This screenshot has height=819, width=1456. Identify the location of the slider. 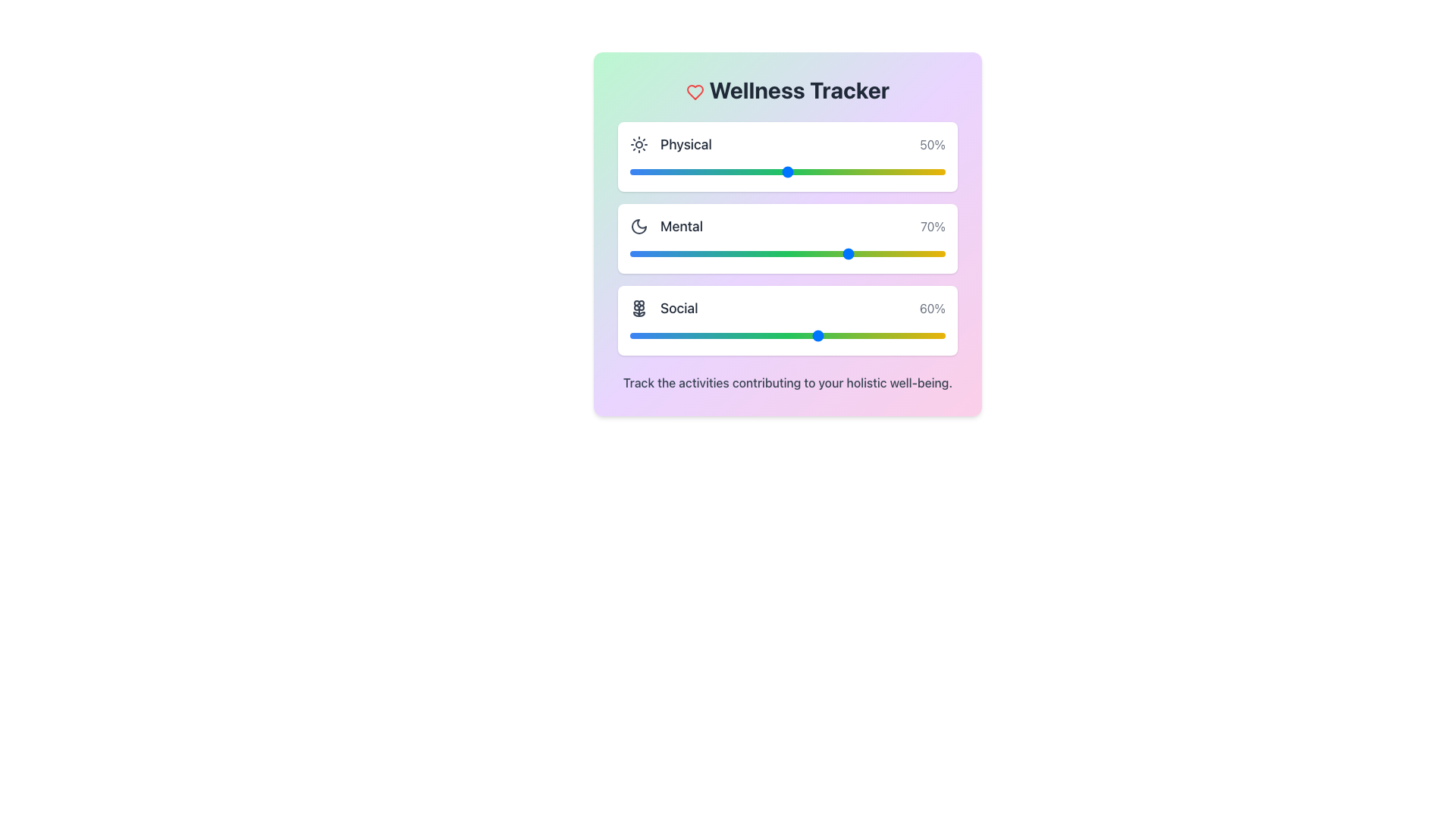
(809, 253).